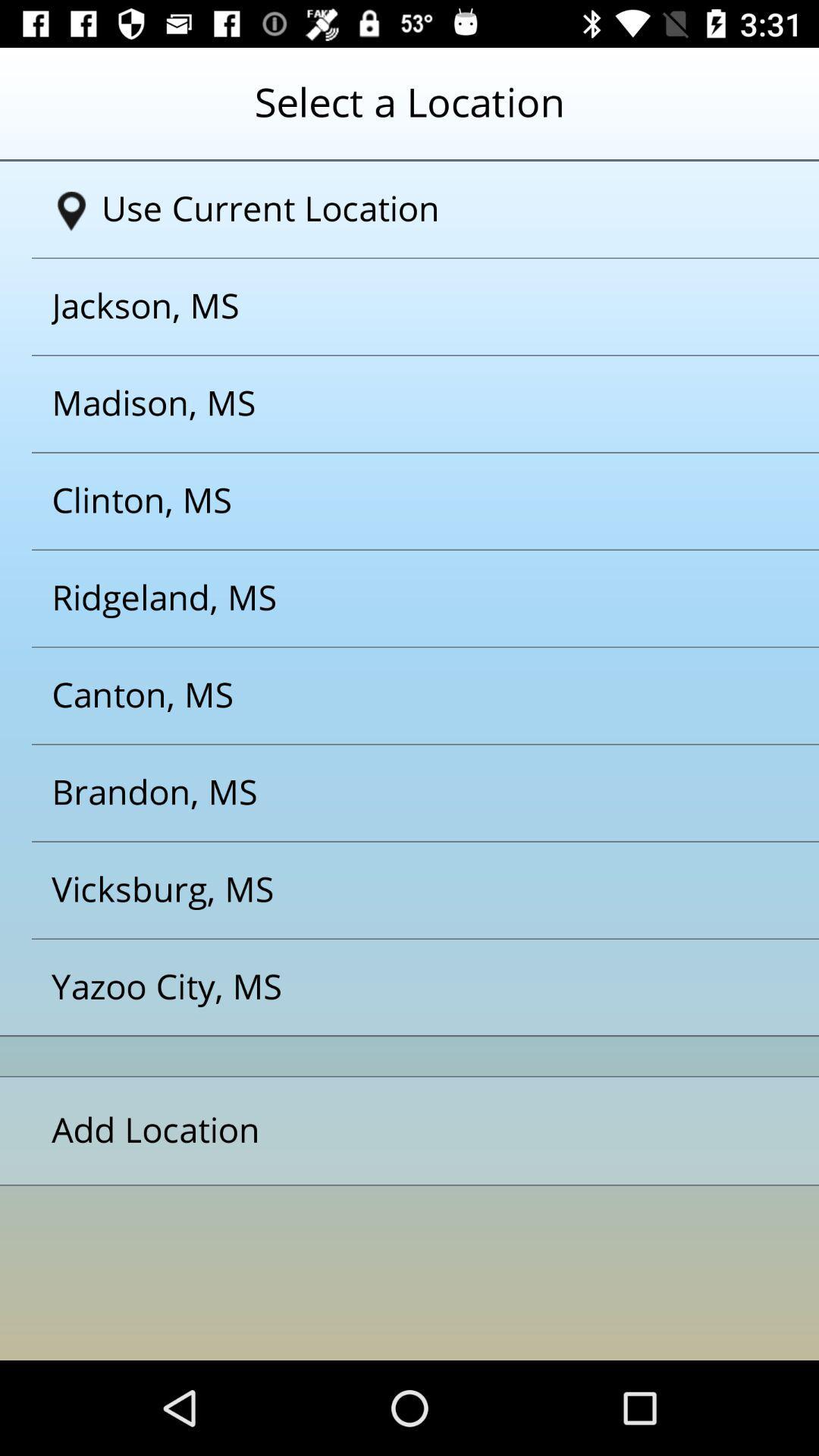 The width and height of the screenshot is (819, 1456). I want to click on the button ridgelandms on the web page, so click(390, 598).